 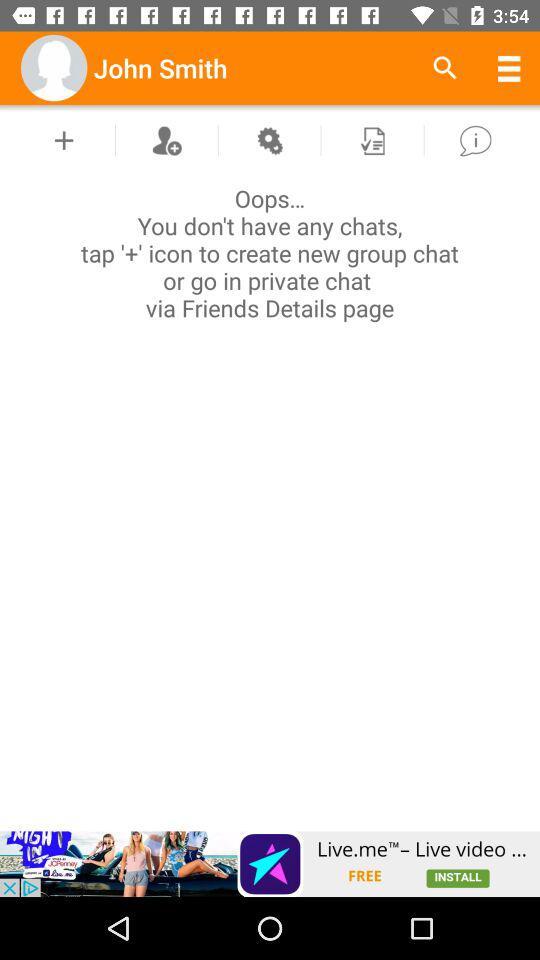 I want to click on the follow icon, so click(x=165, y=139).